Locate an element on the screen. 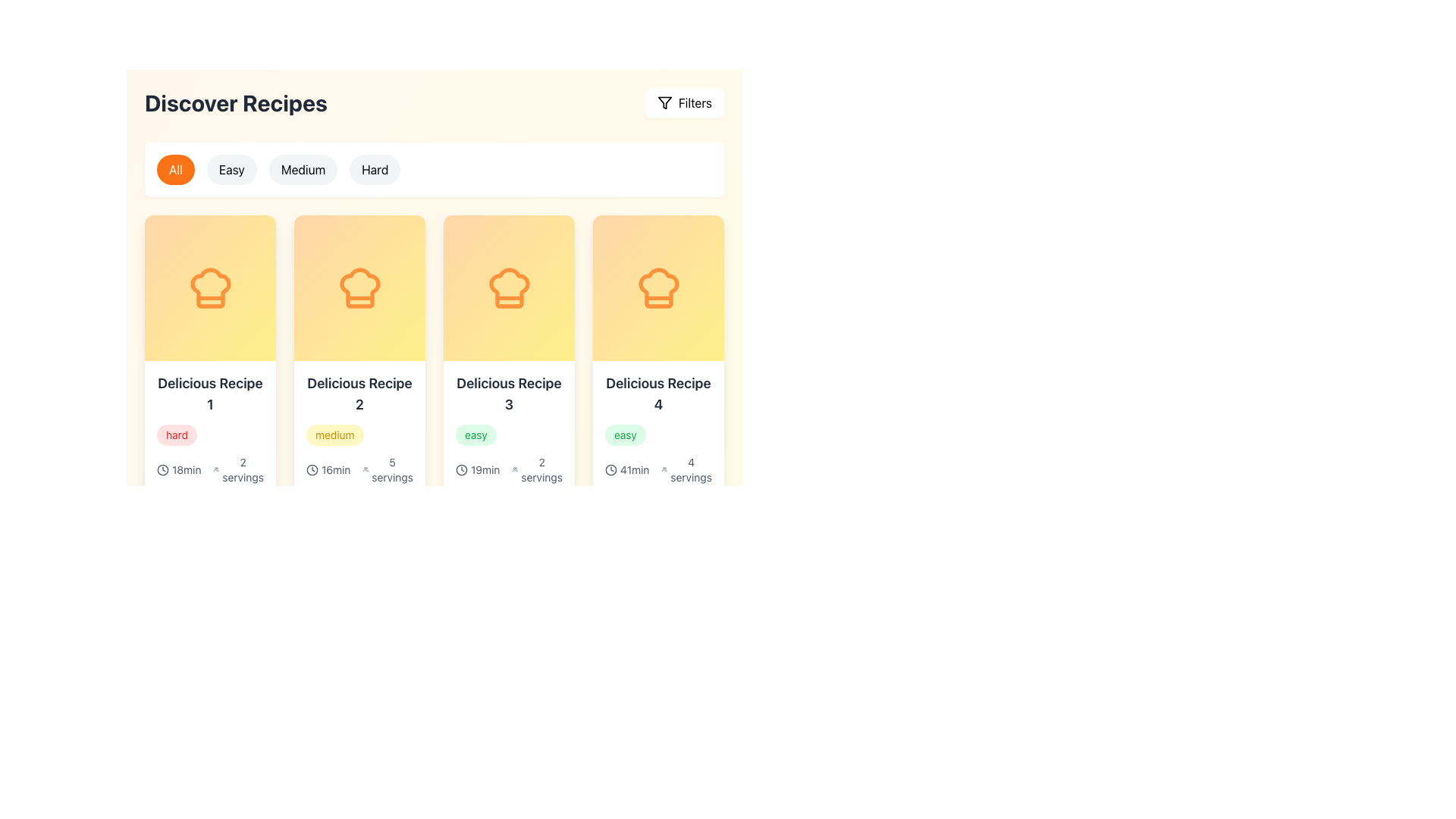  the chef hat decorative icon located at the center of the second card in a horizontal card list is located at coordinates (359, 288).